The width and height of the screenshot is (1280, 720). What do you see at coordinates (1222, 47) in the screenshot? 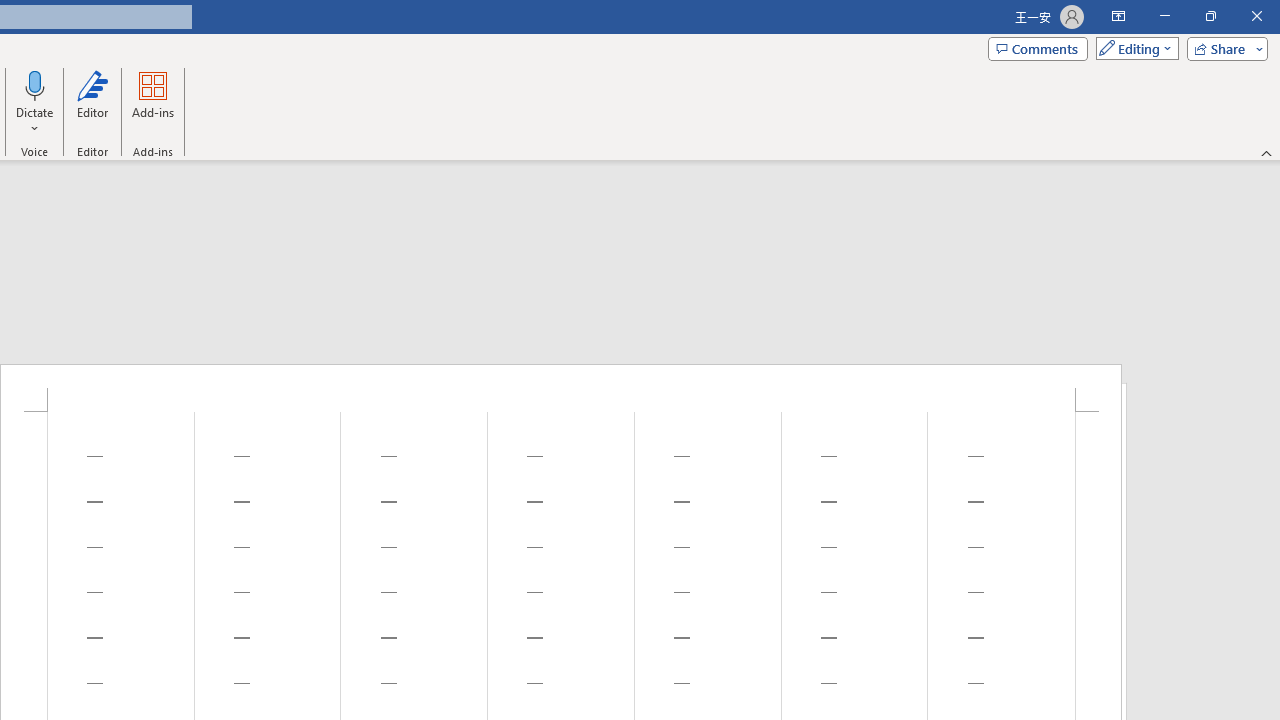
I see `'Share'` at bounding box center [1222, 47].